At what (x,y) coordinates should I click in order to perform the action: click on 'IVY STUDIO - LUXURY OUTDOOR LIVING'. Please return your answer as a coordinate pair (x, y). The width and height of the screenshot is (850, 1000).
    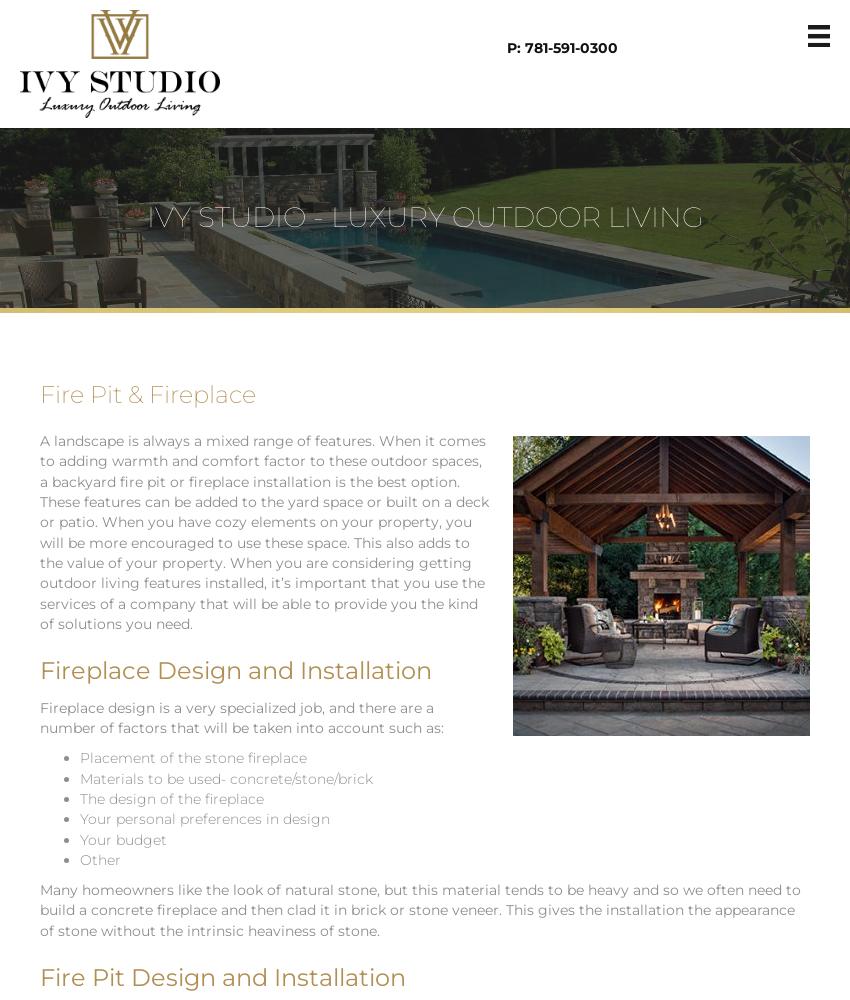
    Looking at the image, I should click on (424, 216).